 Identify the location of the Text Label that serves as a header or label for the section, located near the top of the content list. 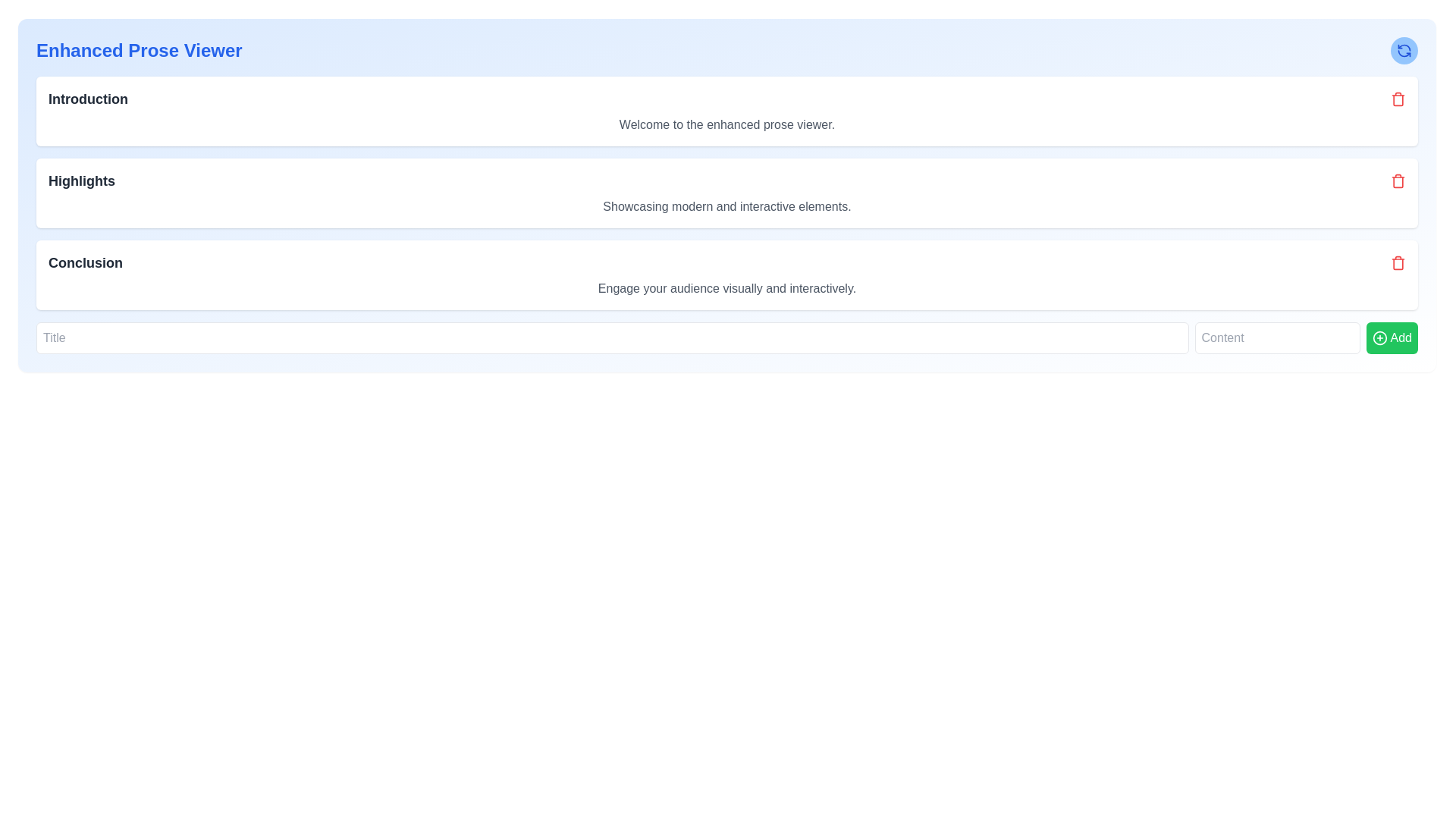
(87, 99).